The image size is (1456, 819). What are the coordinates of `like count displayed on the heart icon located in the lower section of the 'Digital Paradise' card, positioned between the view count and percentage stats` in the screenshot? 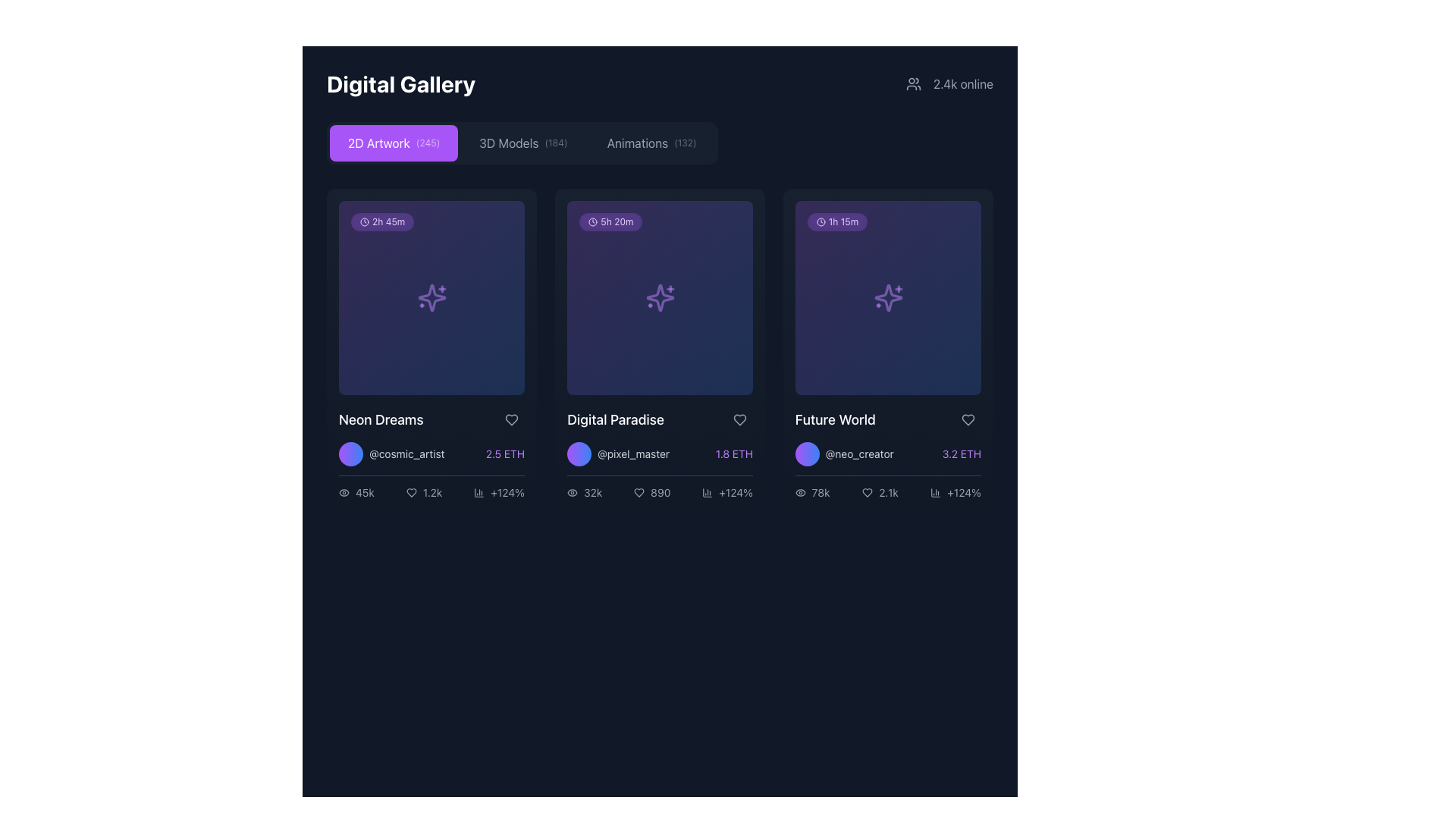 It's located at (652, 493).